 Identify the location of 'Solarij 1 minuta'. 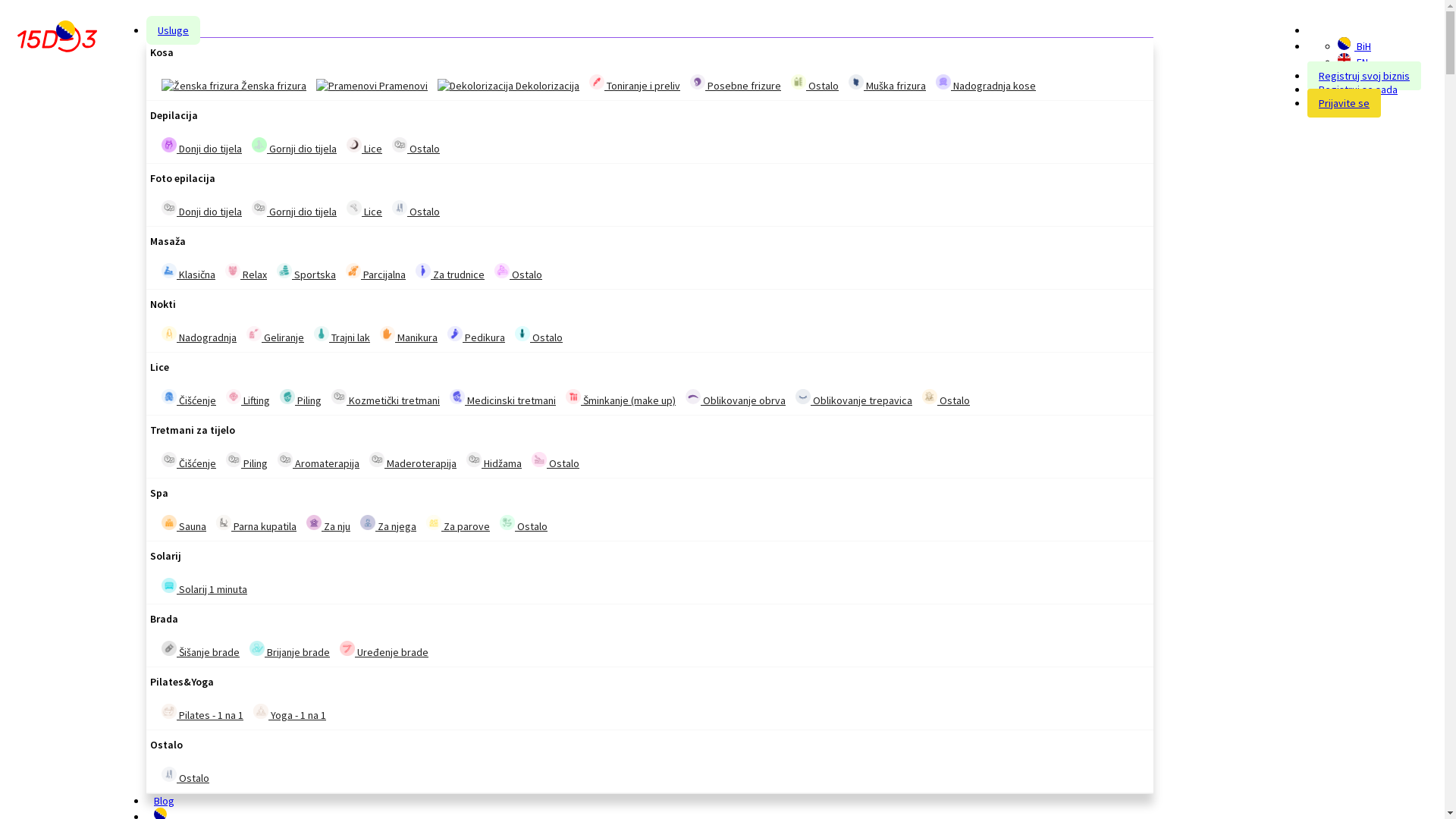
(203, 586).